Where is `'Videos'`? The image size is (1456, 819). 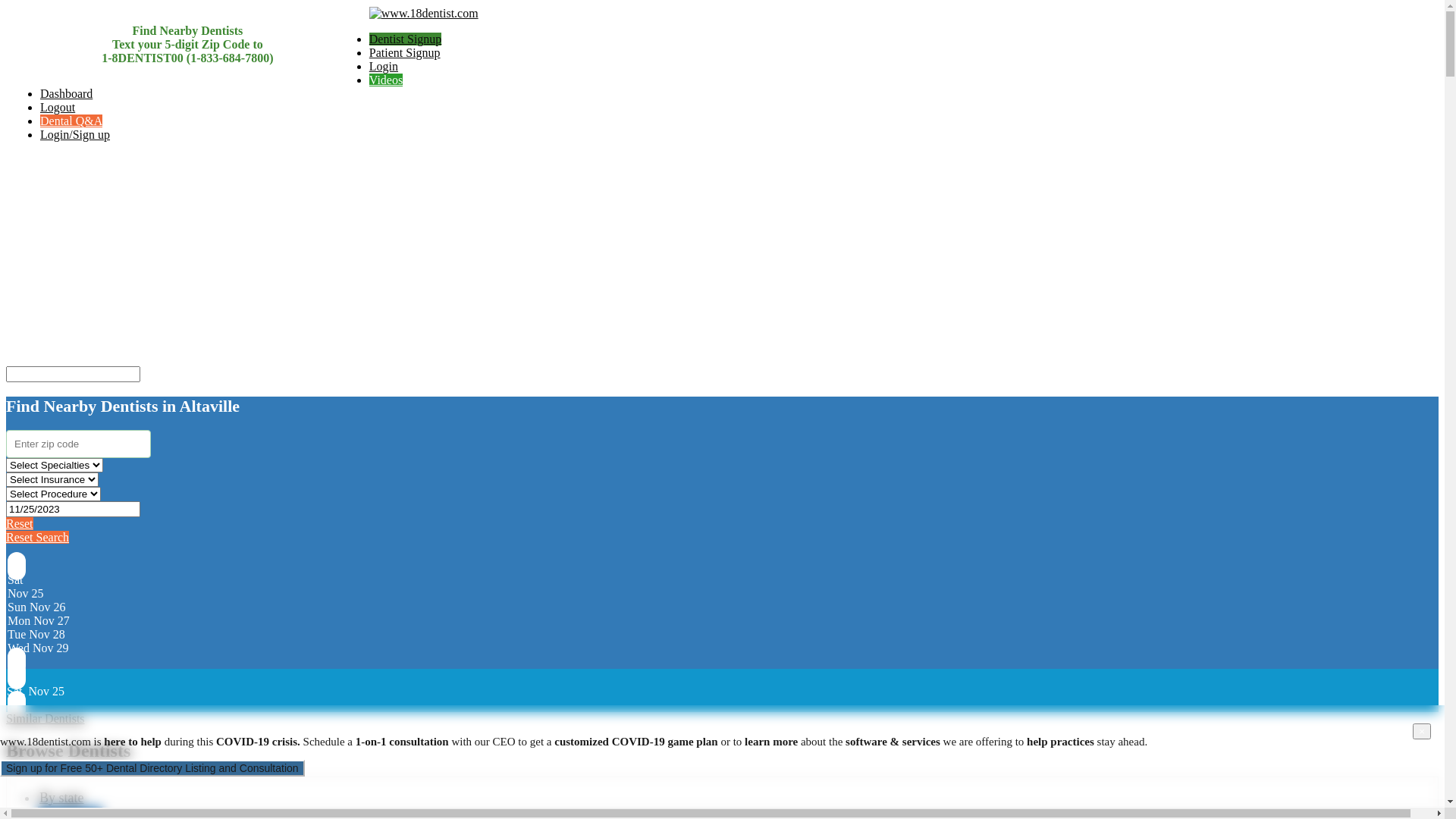 'Videos' is located at coordinates (369, 80).